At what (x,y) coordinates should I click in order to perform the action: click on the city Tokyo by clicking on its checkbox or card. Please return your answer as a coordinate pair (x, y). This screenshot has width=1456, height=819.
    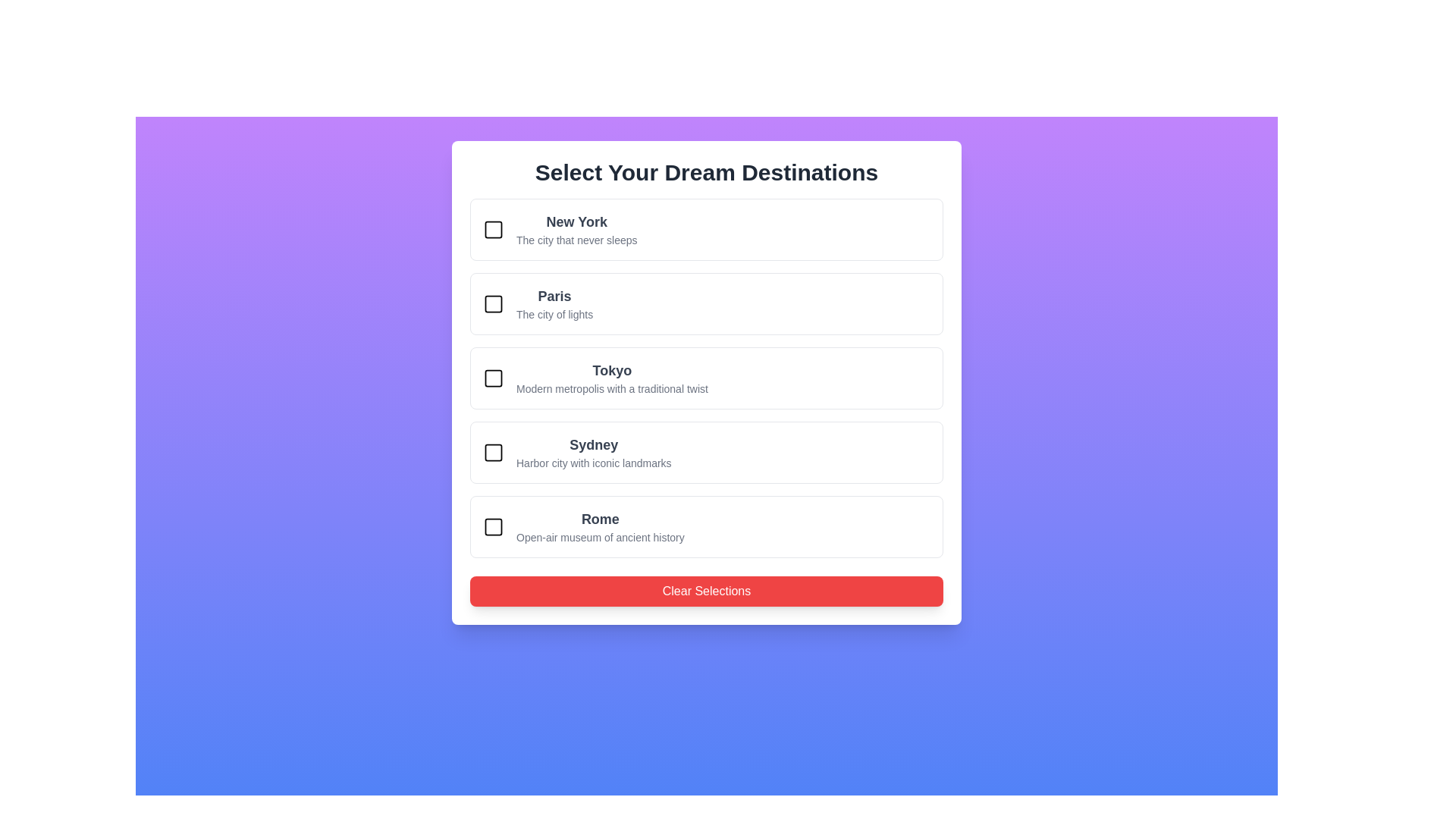
    Looking at the image, I should click on (494, 377).